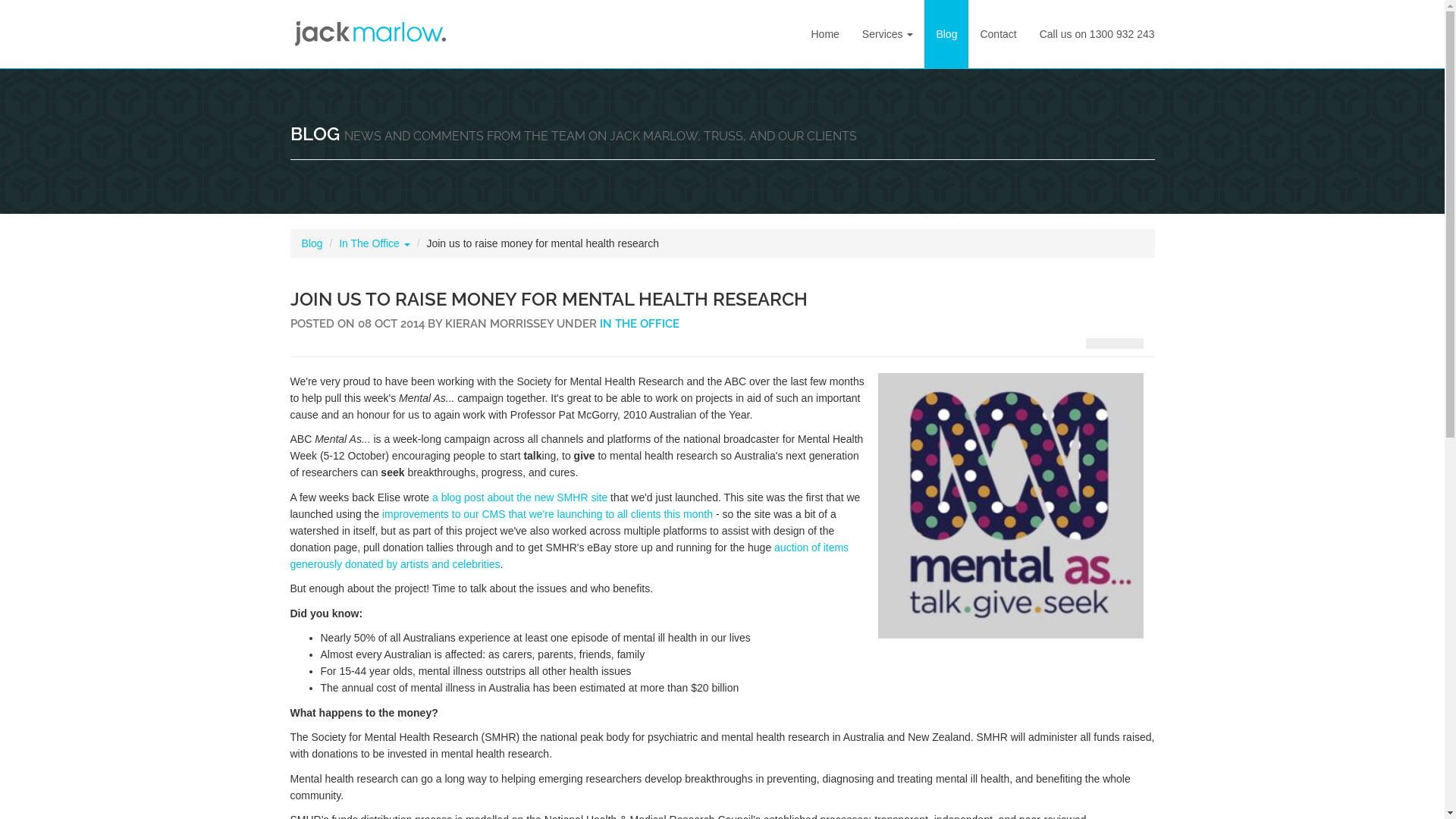 The height and width of the screenshot is (819, 1456). I want to click on 'Share on Facebook', so click(1084, 343).